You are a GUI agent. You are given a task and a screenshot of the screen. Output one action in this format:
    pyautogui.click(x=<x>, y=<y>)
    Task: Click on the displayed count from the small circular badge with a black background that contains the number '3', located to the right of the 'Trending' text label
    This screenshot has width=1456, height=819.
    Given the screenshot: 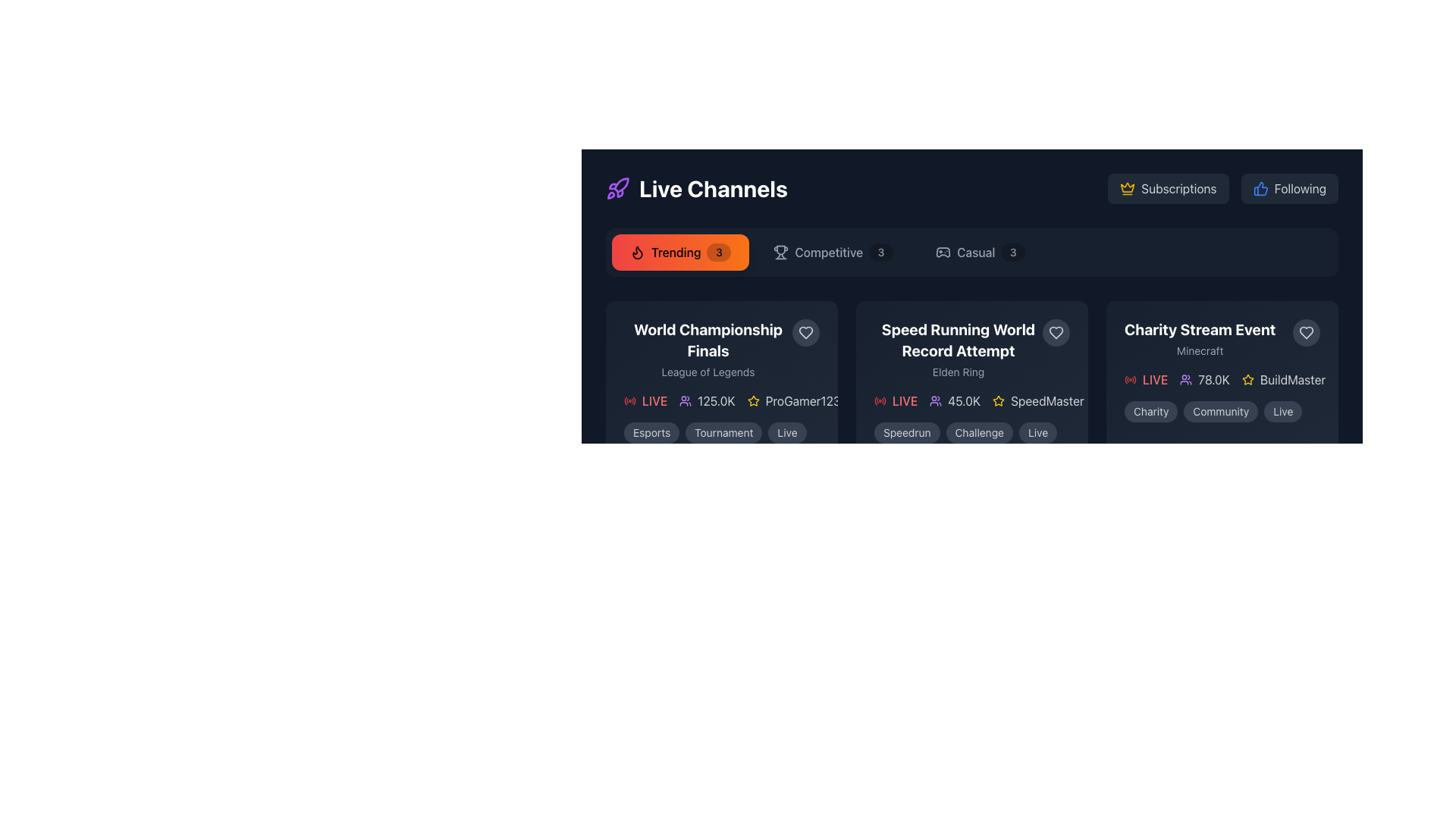 What is the action you would take?
    pyautogui.click(x=718, y=251)
    